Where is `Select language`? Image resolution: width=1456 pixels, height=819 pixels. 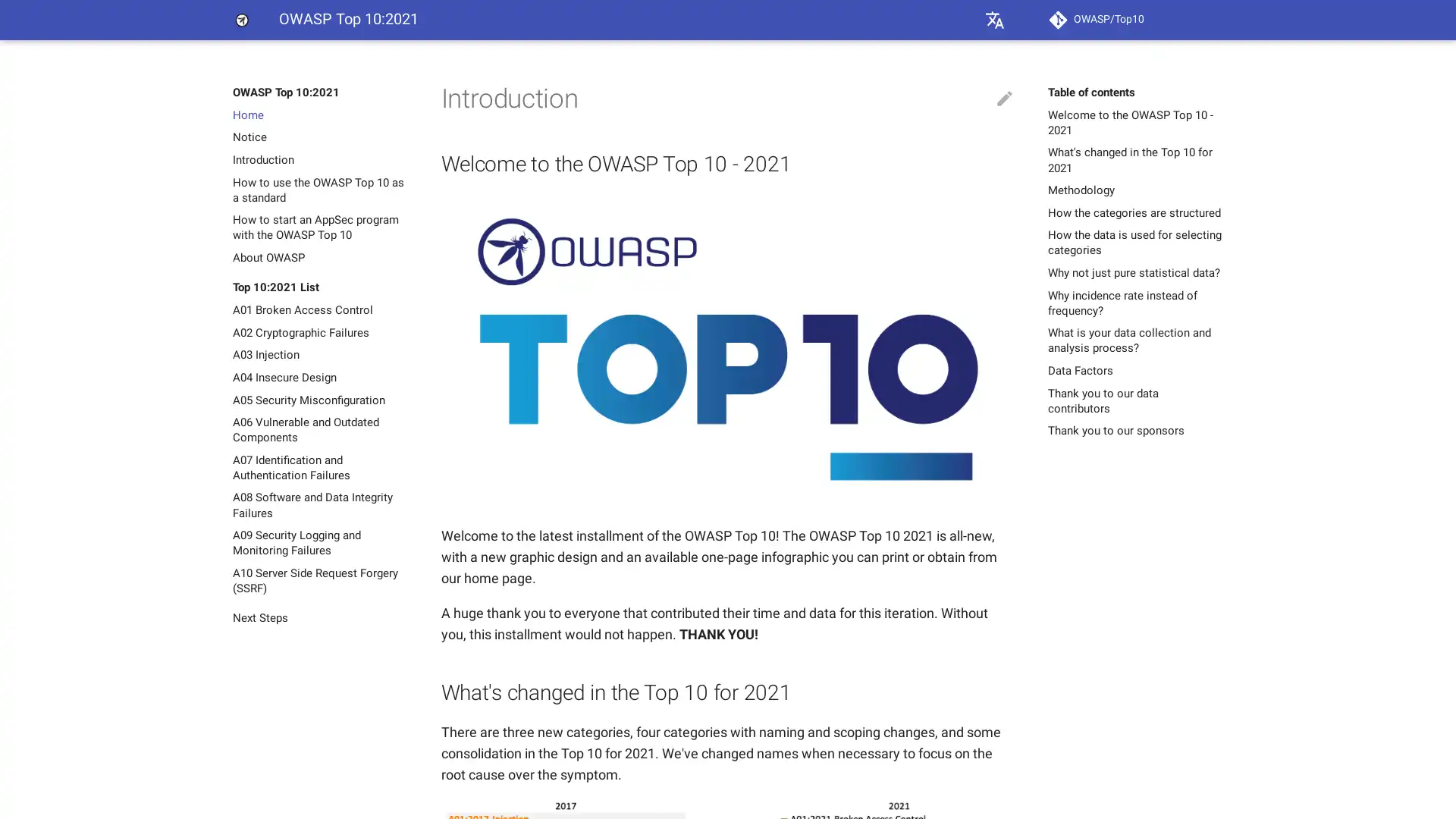
Select language is located at coordinates (994, 20).